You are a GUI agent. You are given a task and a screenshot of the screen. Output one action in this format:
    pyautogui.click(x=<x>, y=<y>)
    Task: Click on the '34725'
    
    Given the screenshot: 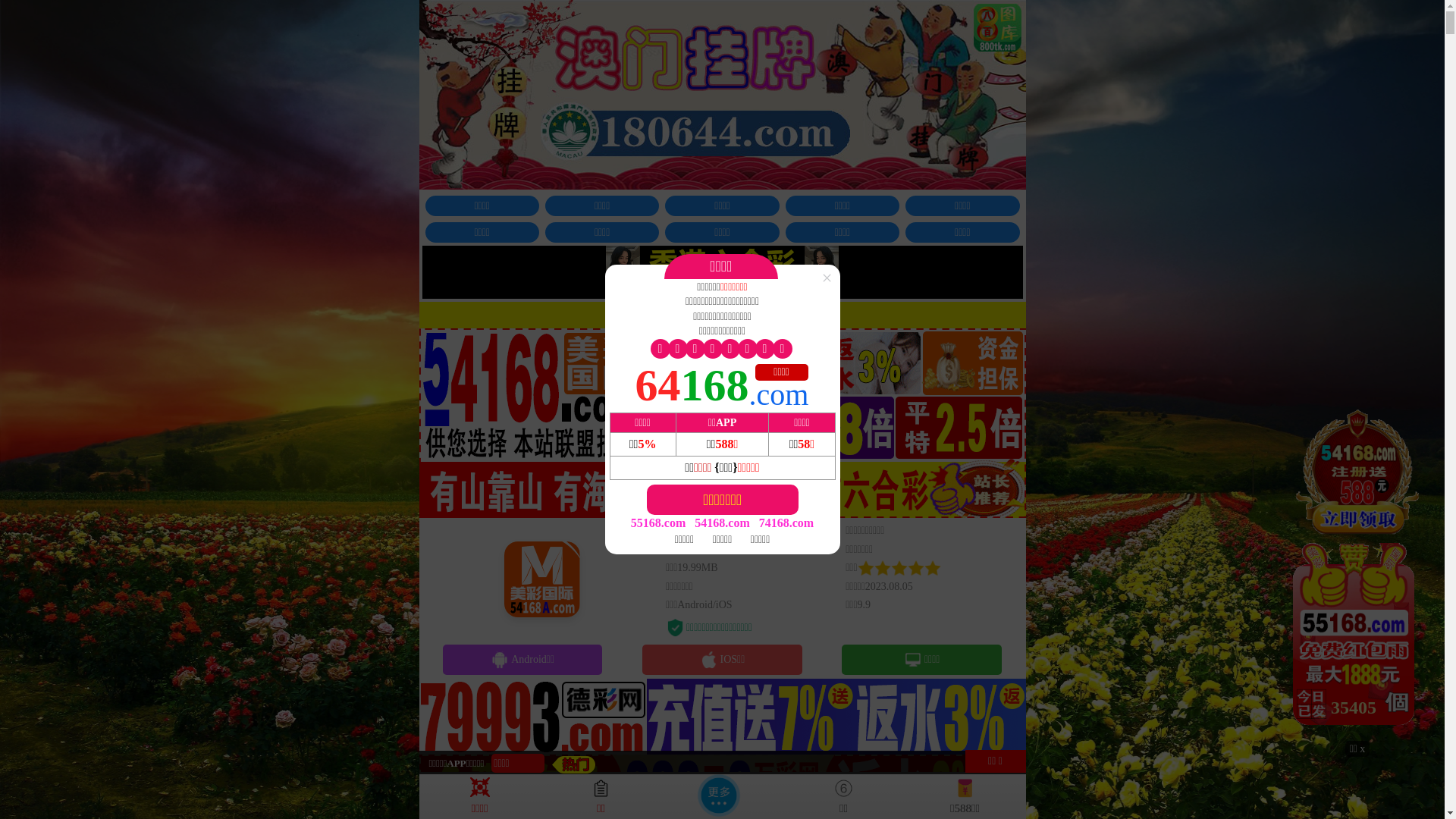 What is the action you would take?
    pyautogui.click(x=1357, y=573)
    